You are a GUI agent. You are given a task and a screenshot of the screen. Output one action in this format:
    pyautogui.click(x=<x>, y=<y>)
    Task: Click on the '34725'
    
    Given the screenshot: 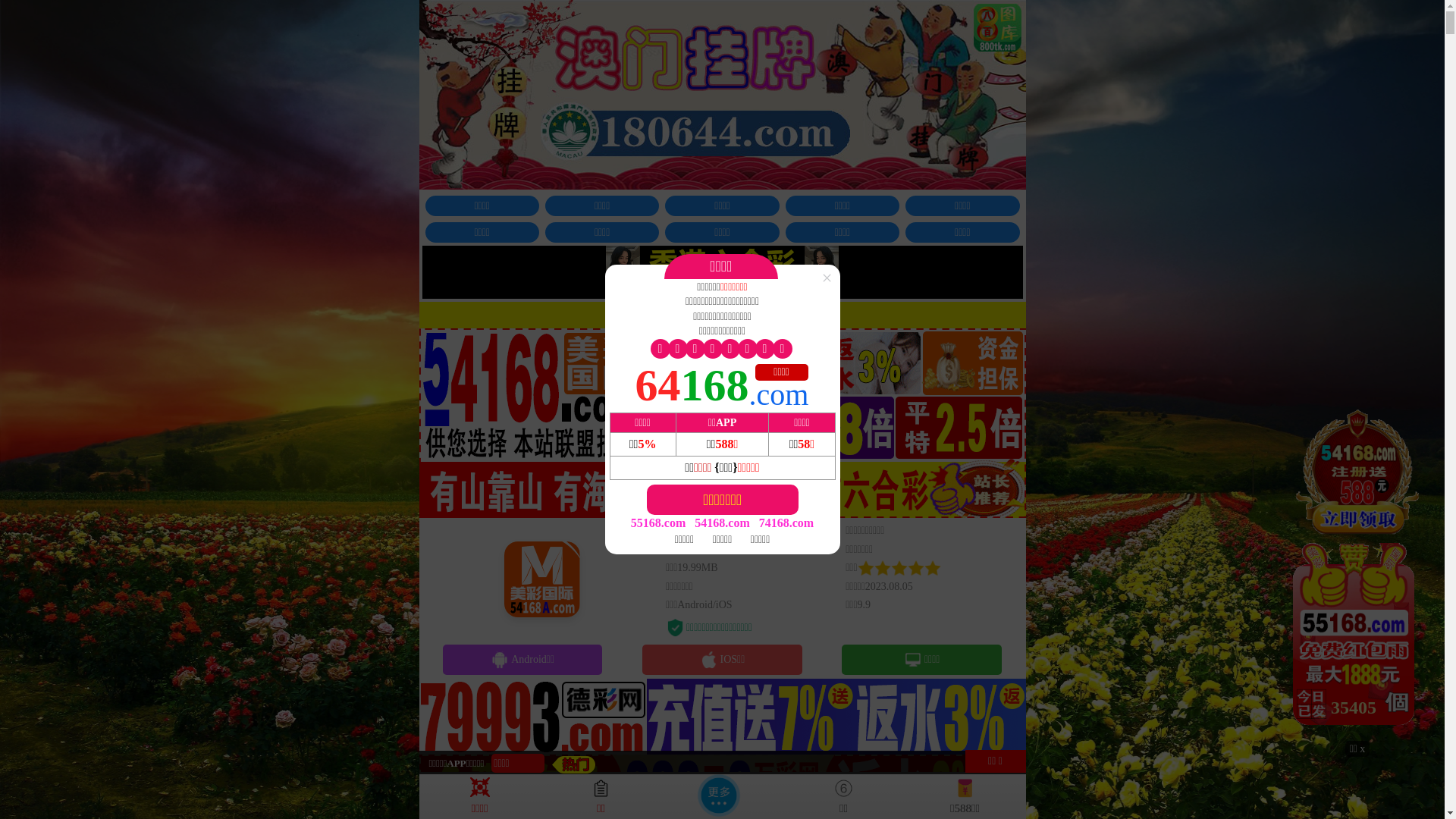 What is the action you would take?
    pyautogui.click(x=1357, y=573)
    